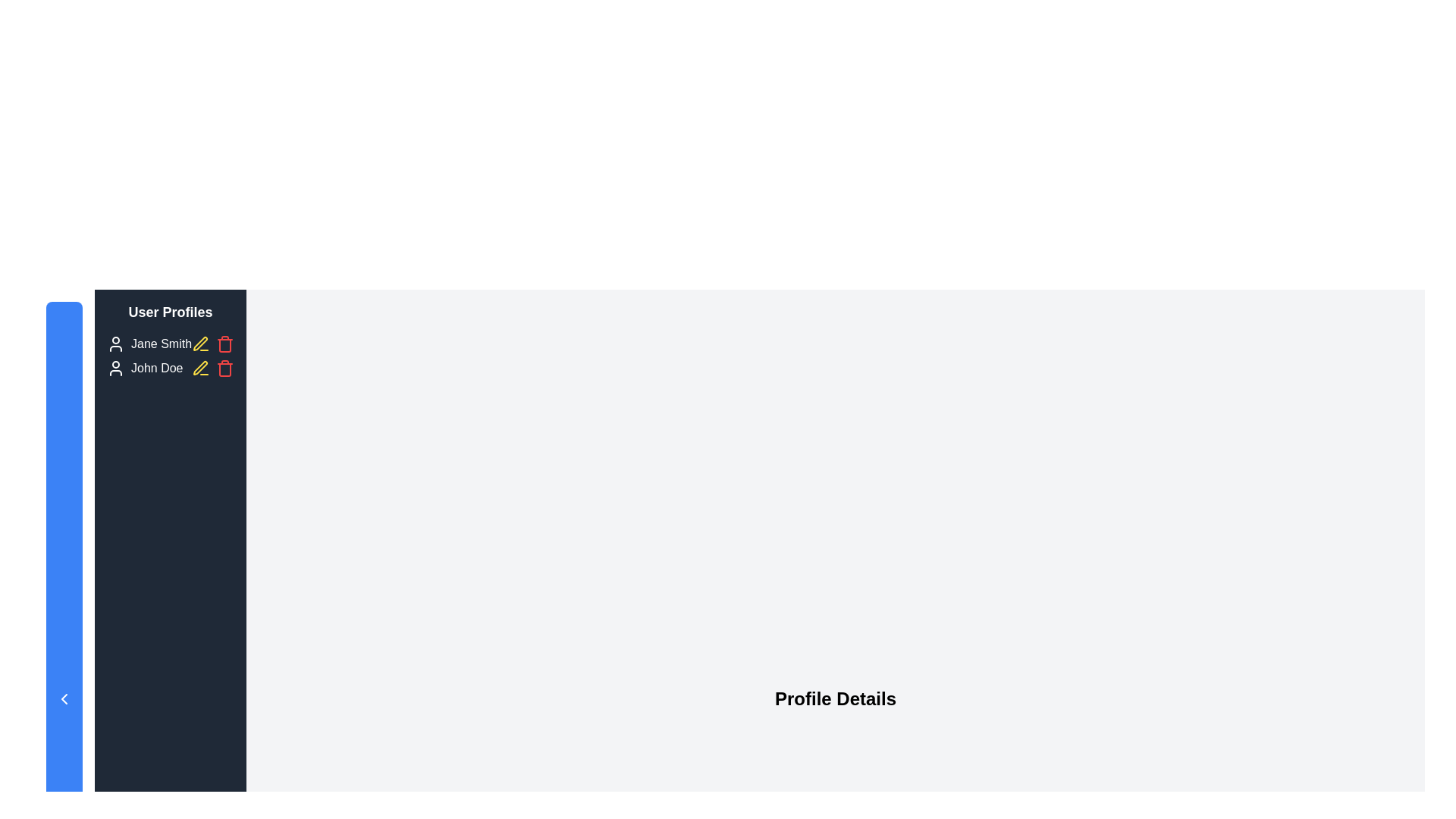 The image size is (1456, 819). What do you see at coordinates (64, 698) in the screenshot?
I see `the left-pointing chevron icon button for navigation or collapse located at the bottom section of the blue sidebar` at bounding box center [64, 698].